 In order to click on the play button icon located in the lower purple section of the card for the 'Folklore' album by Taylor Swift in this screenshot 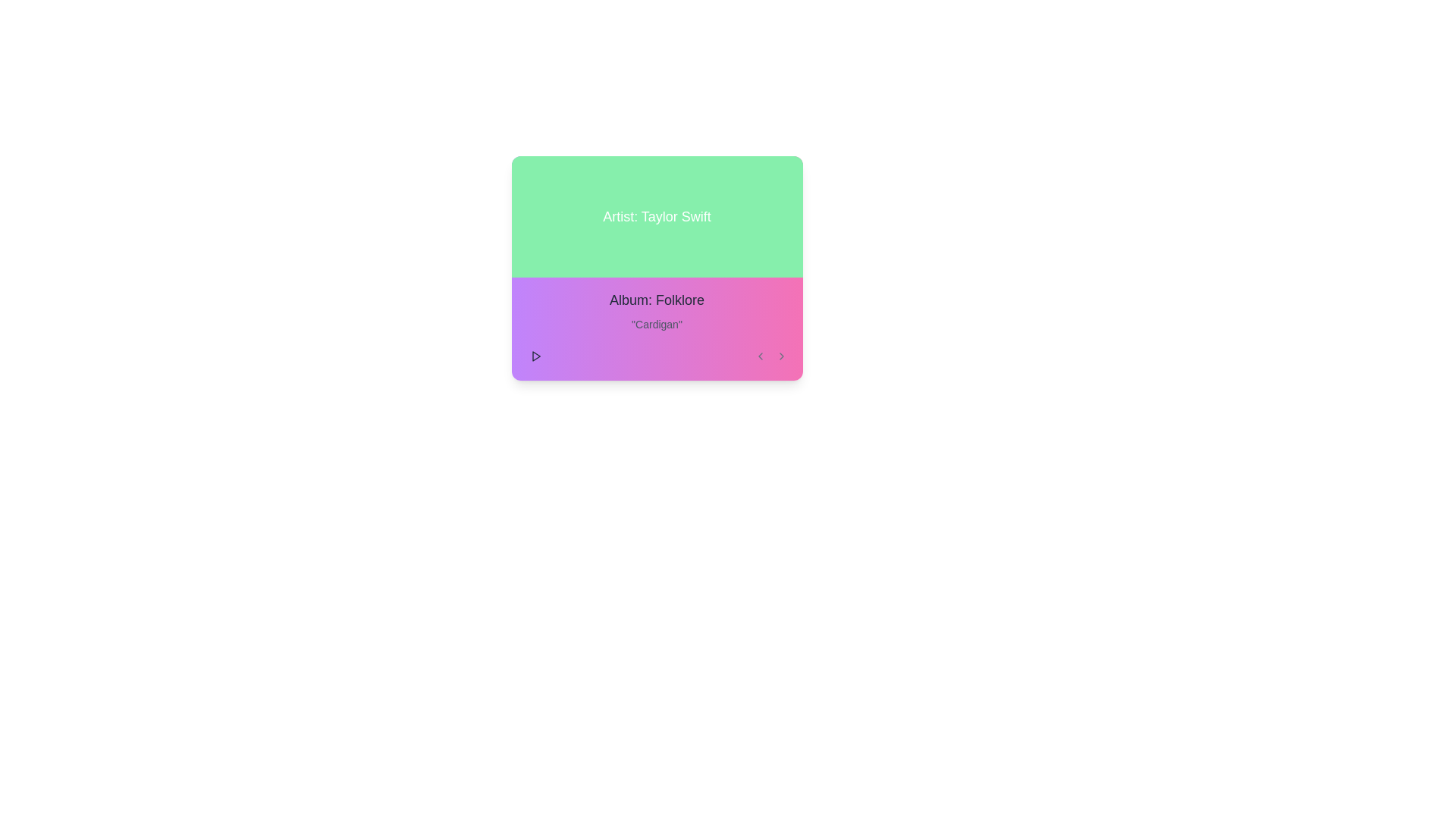, I will do `click(535, 356)`.